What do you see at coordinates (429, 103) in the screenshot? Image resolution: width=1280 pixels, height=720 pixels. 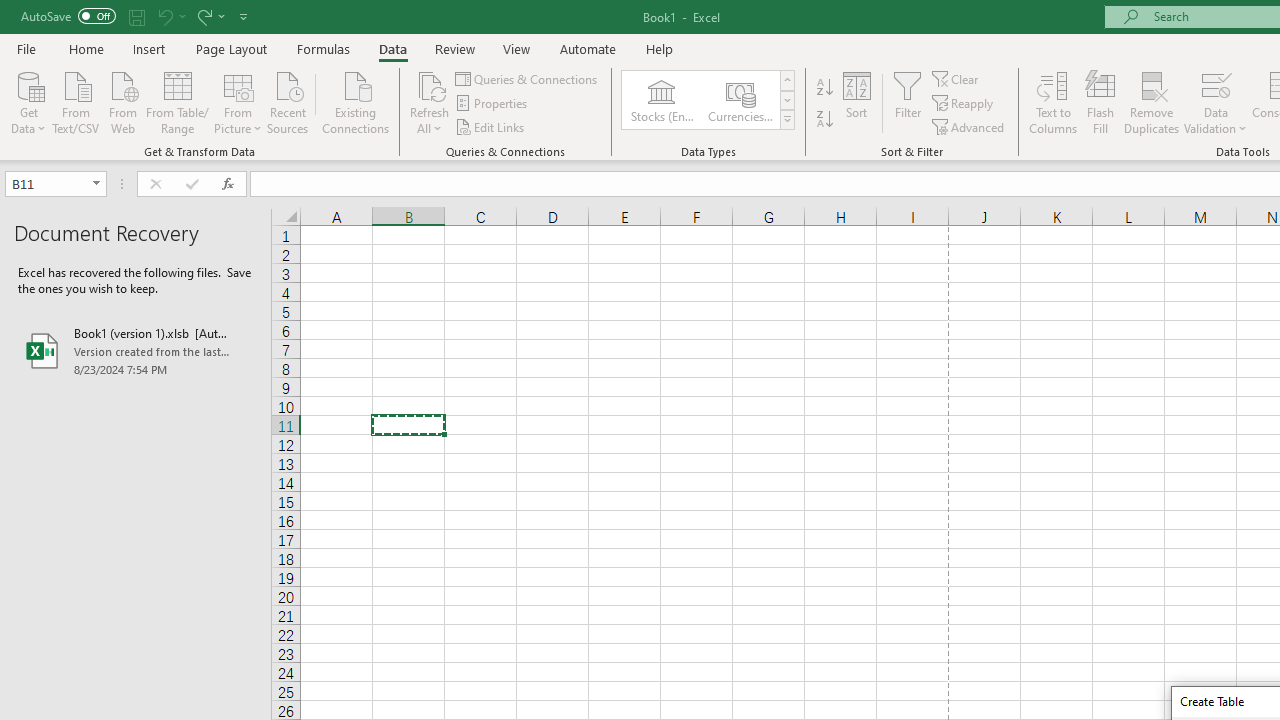 I see `'Refresh All'` at bounding box center [429, 103].